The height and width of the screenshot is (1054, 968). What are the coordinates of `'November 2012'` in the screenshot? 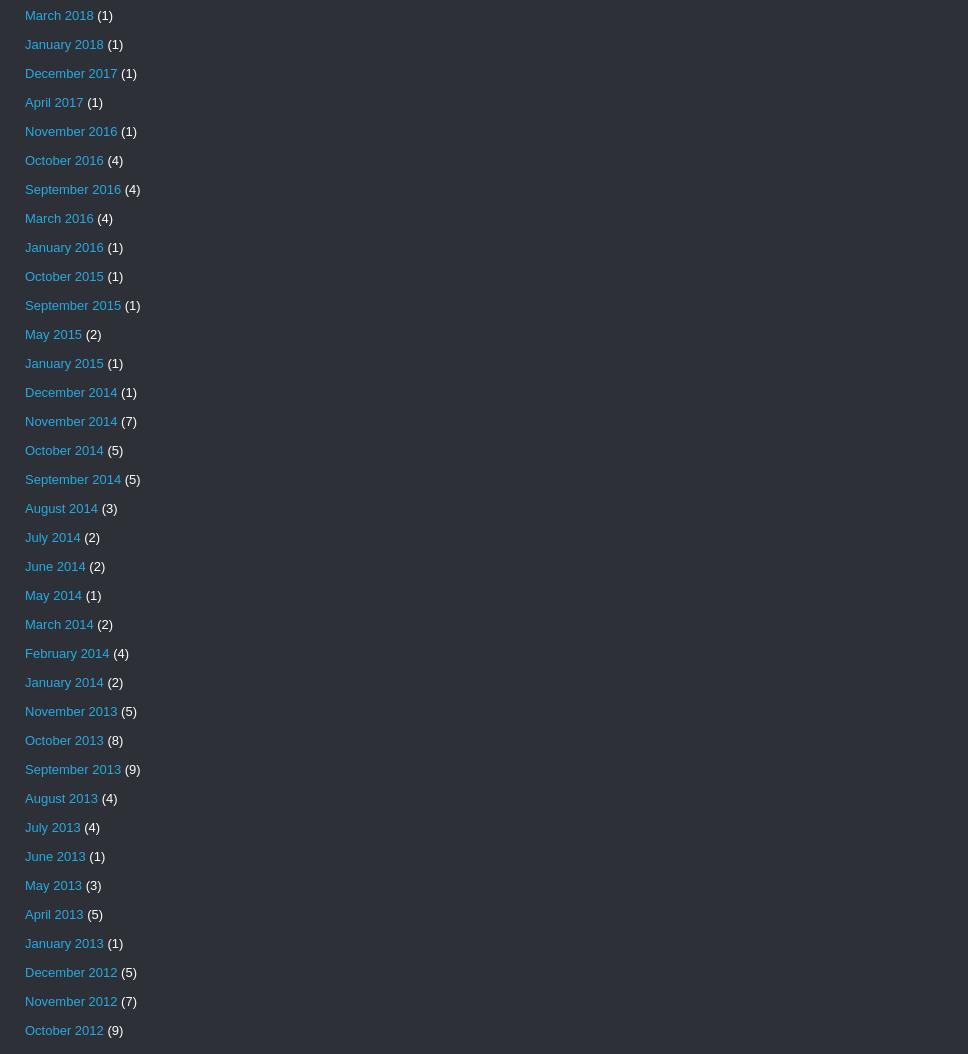 It's located at (69, 1001).